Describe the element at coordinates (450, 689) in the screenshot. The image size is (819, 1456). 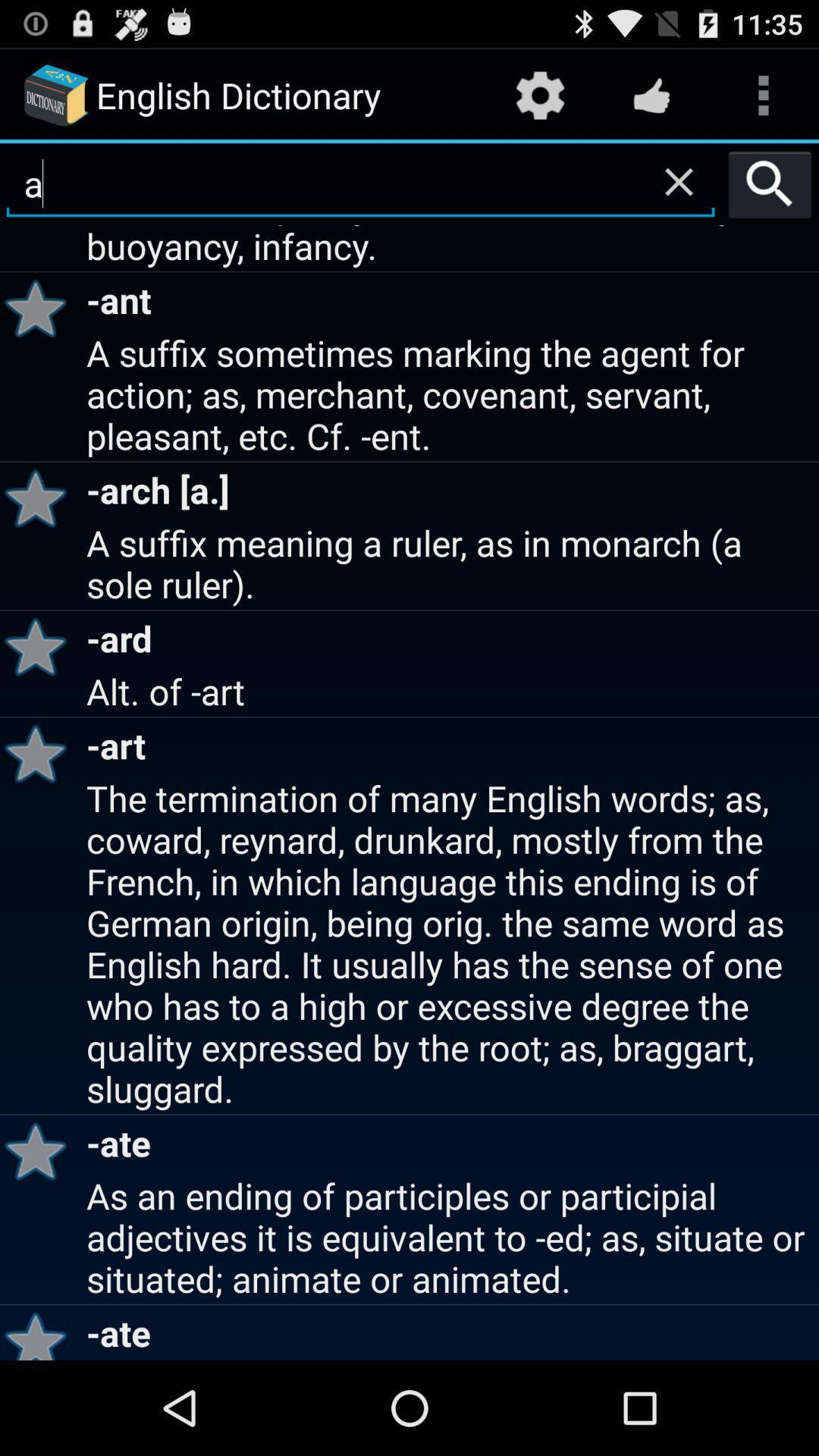
I see `alt. of -art item` at that location.